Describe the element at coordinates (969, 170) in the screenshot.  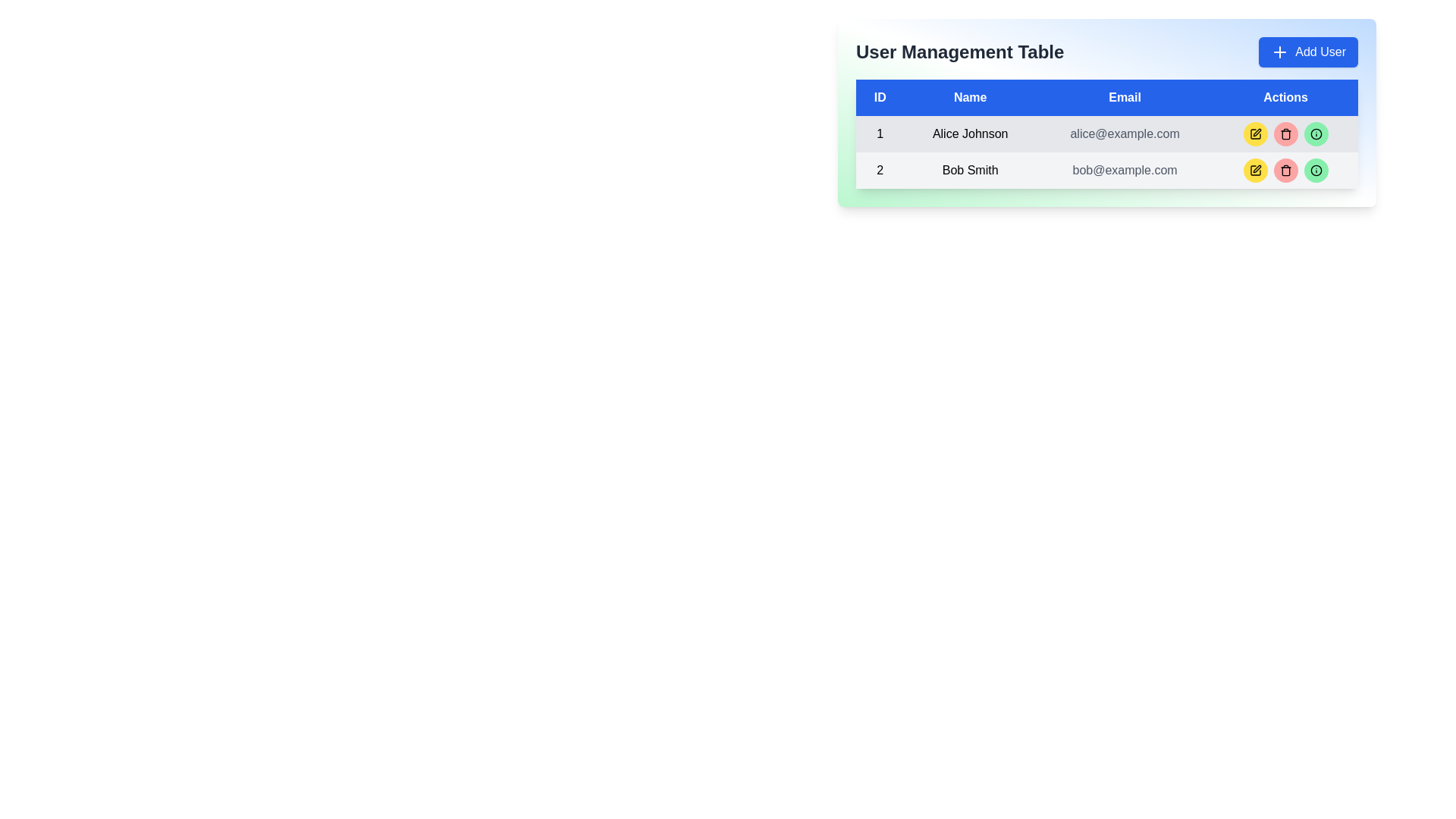
I see `the Table Cell Content displaying the name of the user with ID 2 in the 'User Management Table', located in the 'Name' column` at that location.